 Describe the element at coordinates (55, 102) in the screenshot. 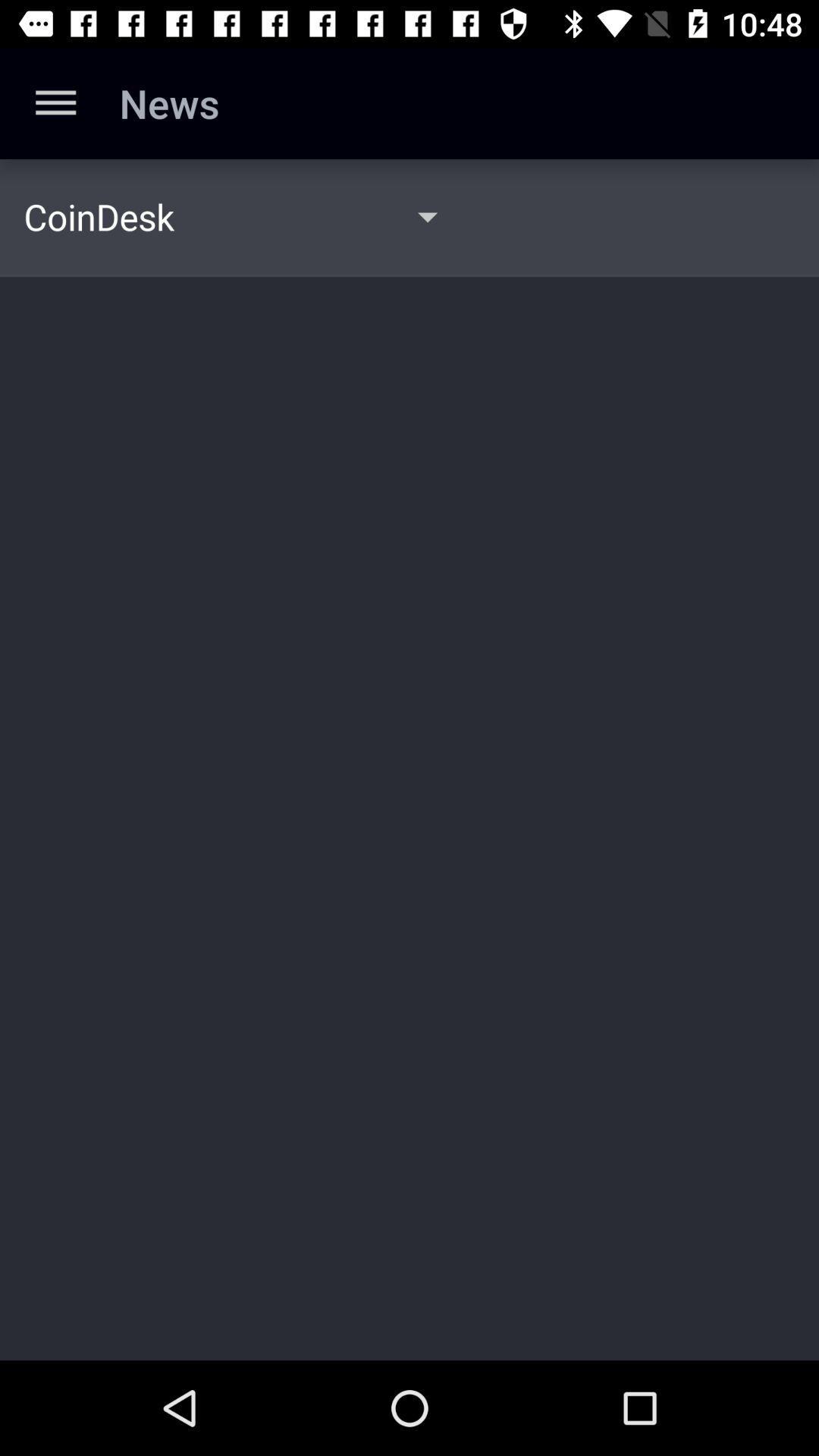

I see `icon above coindesk item` at that location.